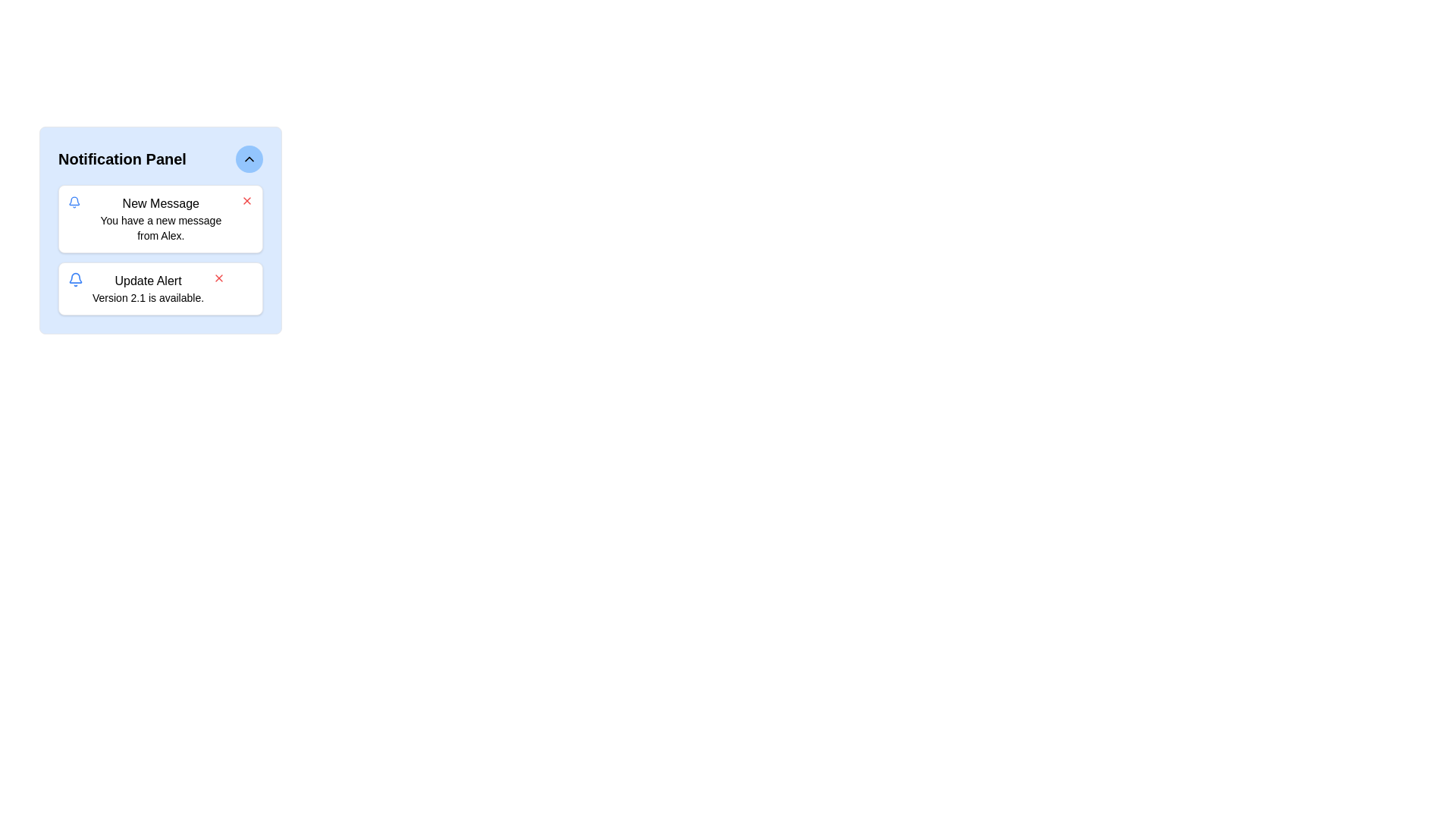 The height and width of the screenshot is (819, 1456). Describe the element at coordinates (249, 158) in the screenshot. I see `the downward-facing chevron icon within the blue circular button located in the top-right corner of the main notification panel` at that location.